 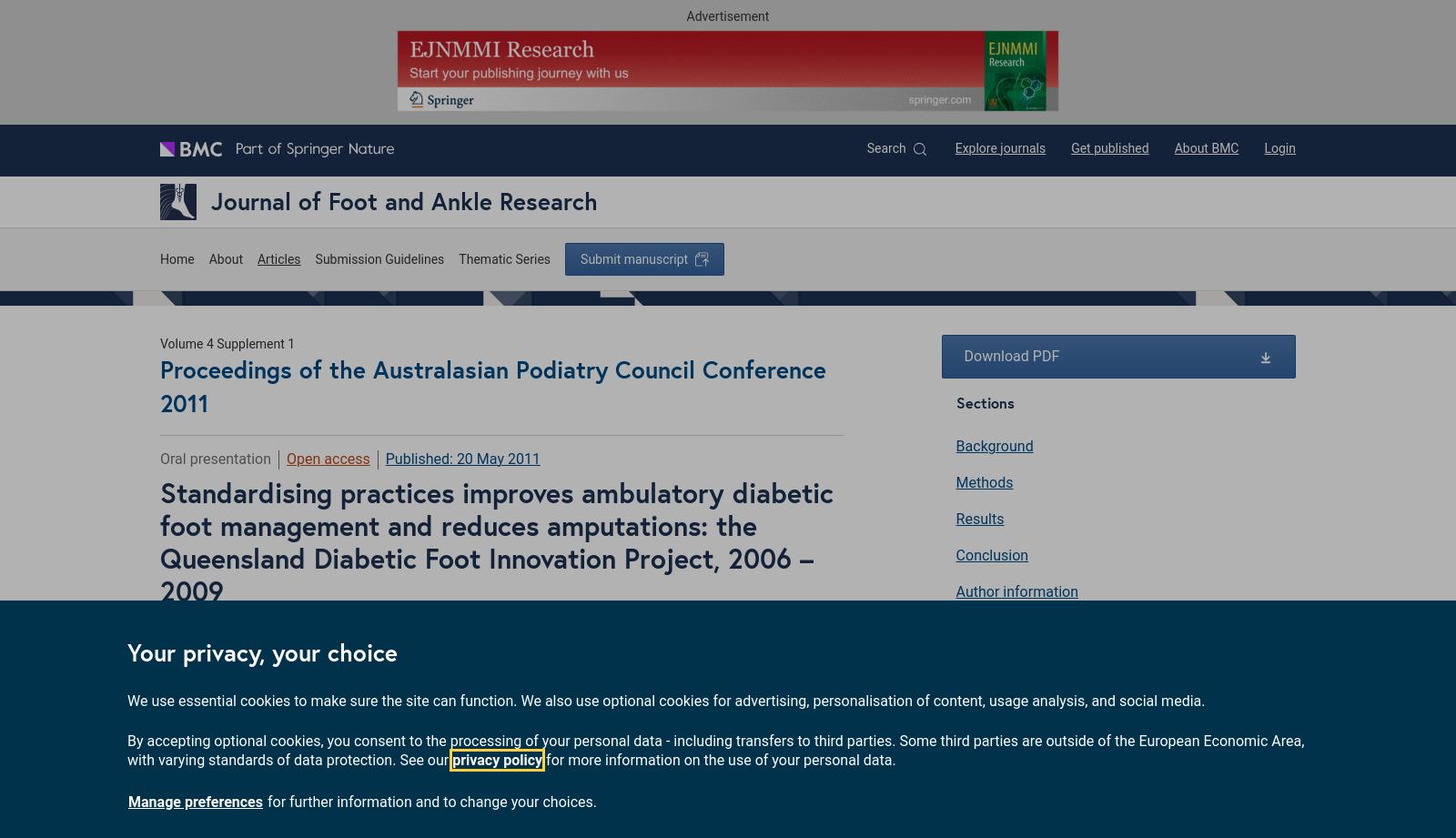 What do you see at coordinates (497, 457) in the screenshot?
I see `'20 May 2011'` at bounding box center [497, 457].